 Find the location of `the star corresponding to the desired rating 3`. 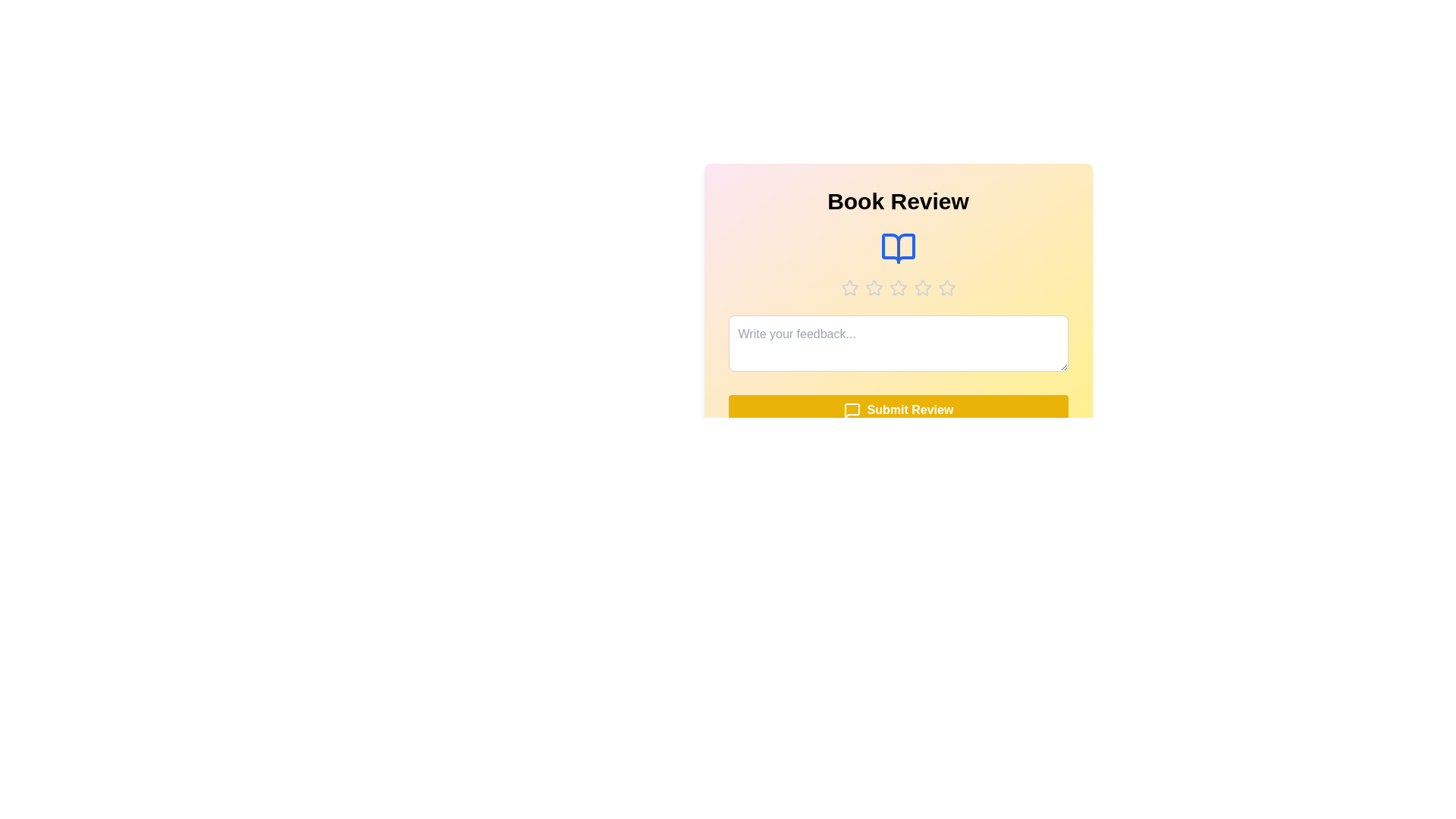

the star corresponding to the desired rating 3 is located at coordinates (898, 288).